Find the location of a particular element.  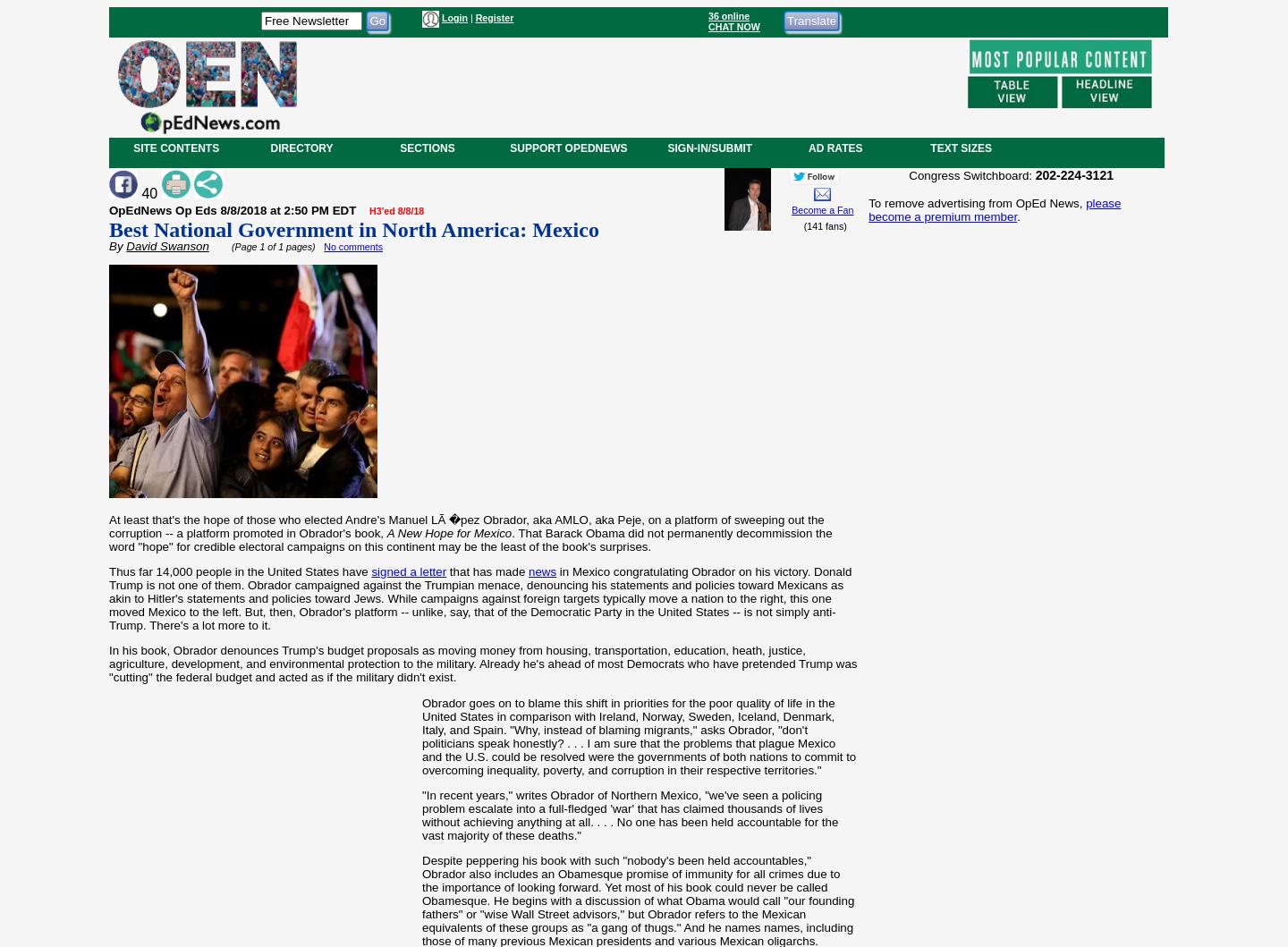

'OpEdNews Op Eds' is located at coordinates (165, 209).